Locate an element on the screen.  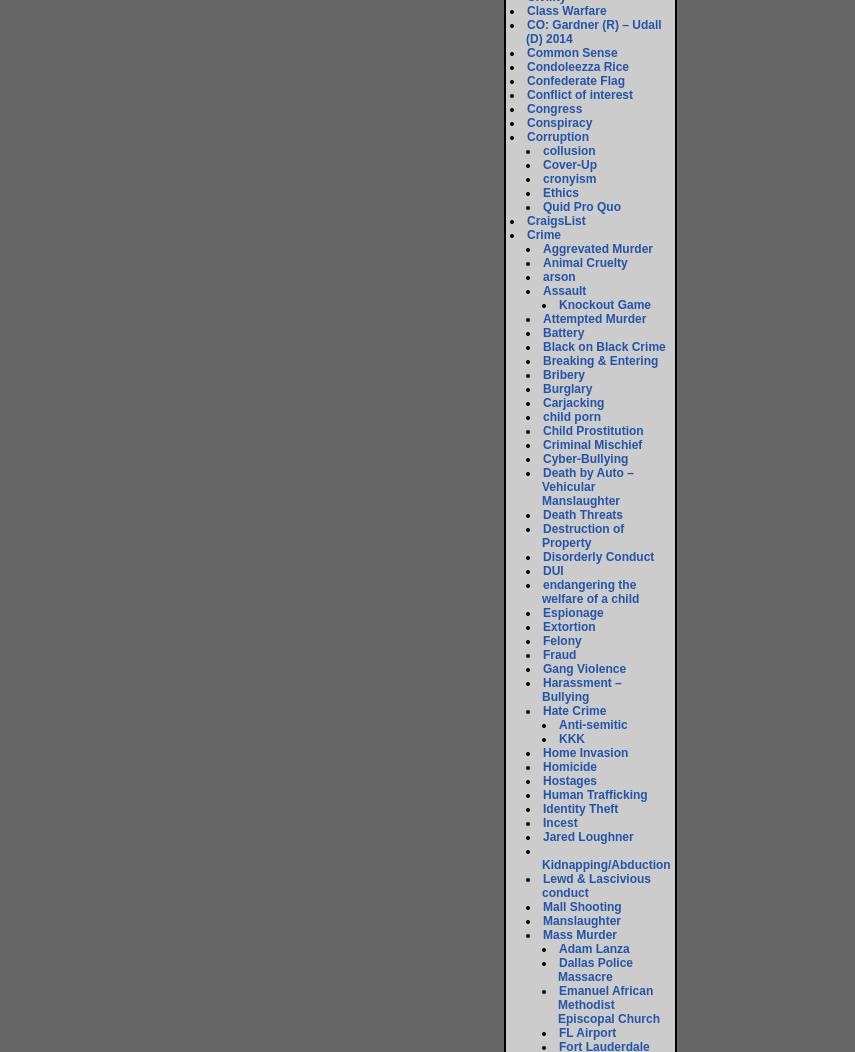
'Death Threats' is located at coordinates (582, 513).